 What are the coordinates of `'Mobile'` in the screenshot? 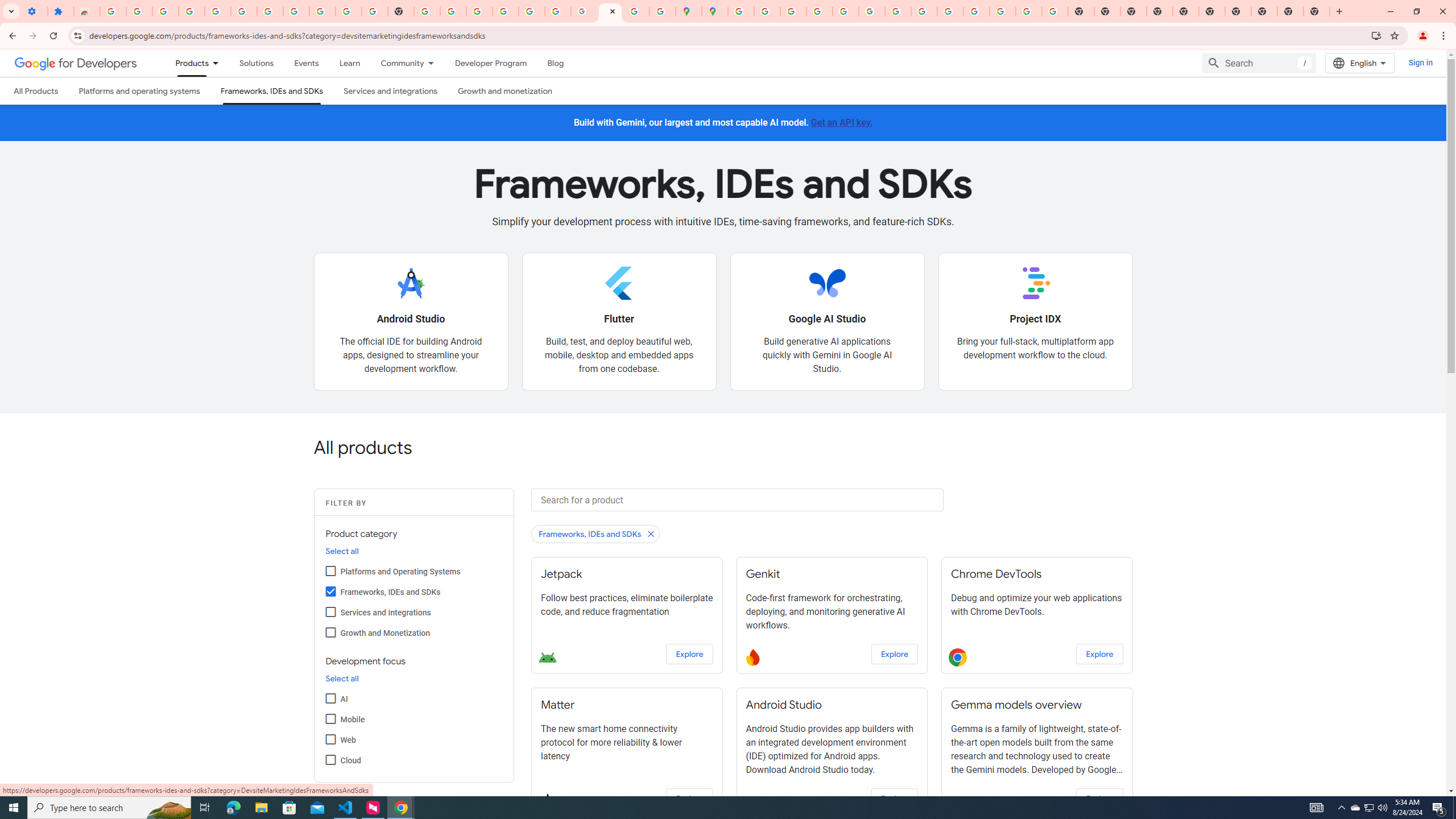 It's located at (330, 718).